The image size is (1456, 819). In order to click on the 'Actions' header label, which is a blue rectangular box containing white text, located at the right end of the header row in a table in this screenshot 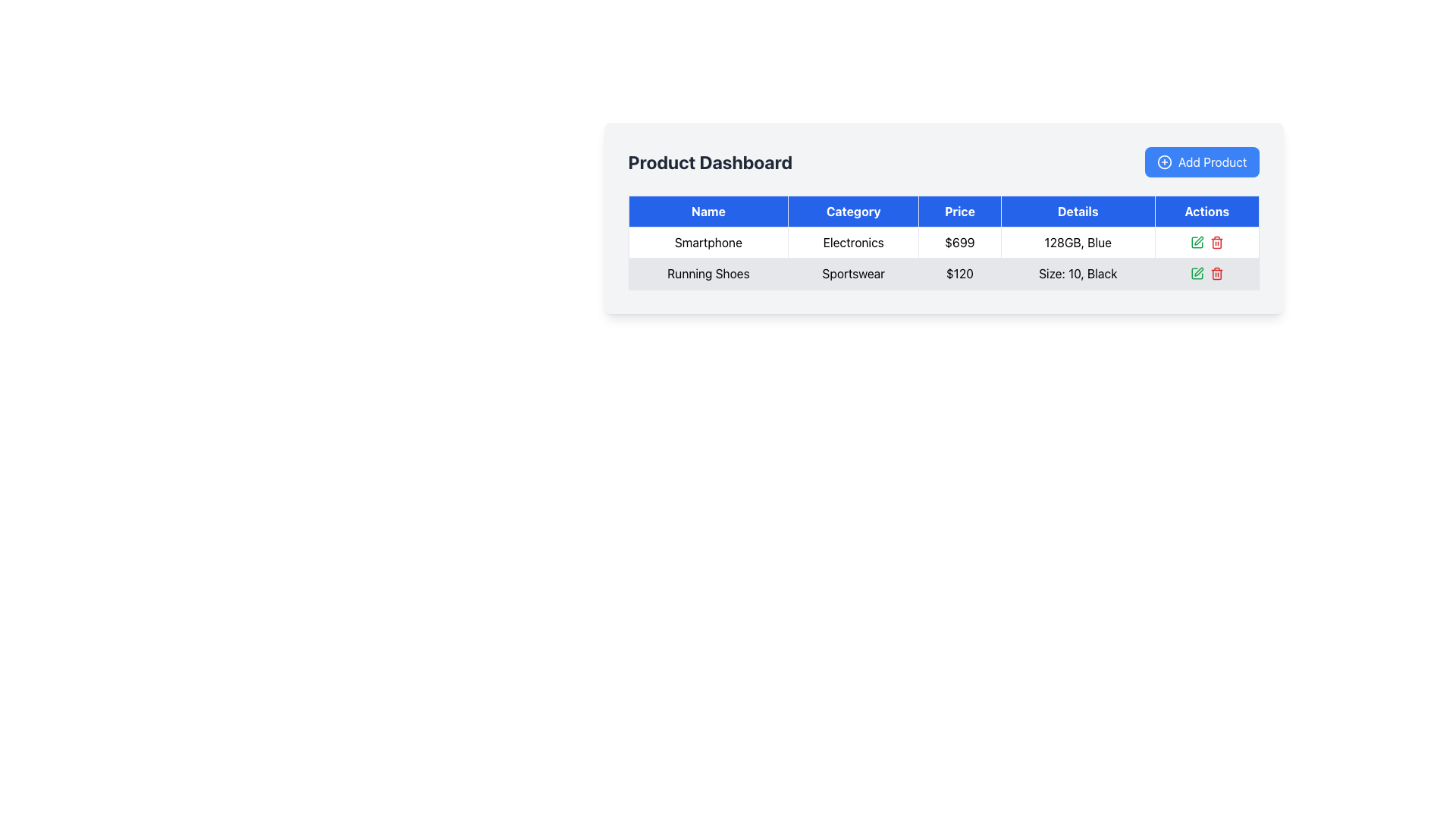, I will do `click(1206, 211)`.